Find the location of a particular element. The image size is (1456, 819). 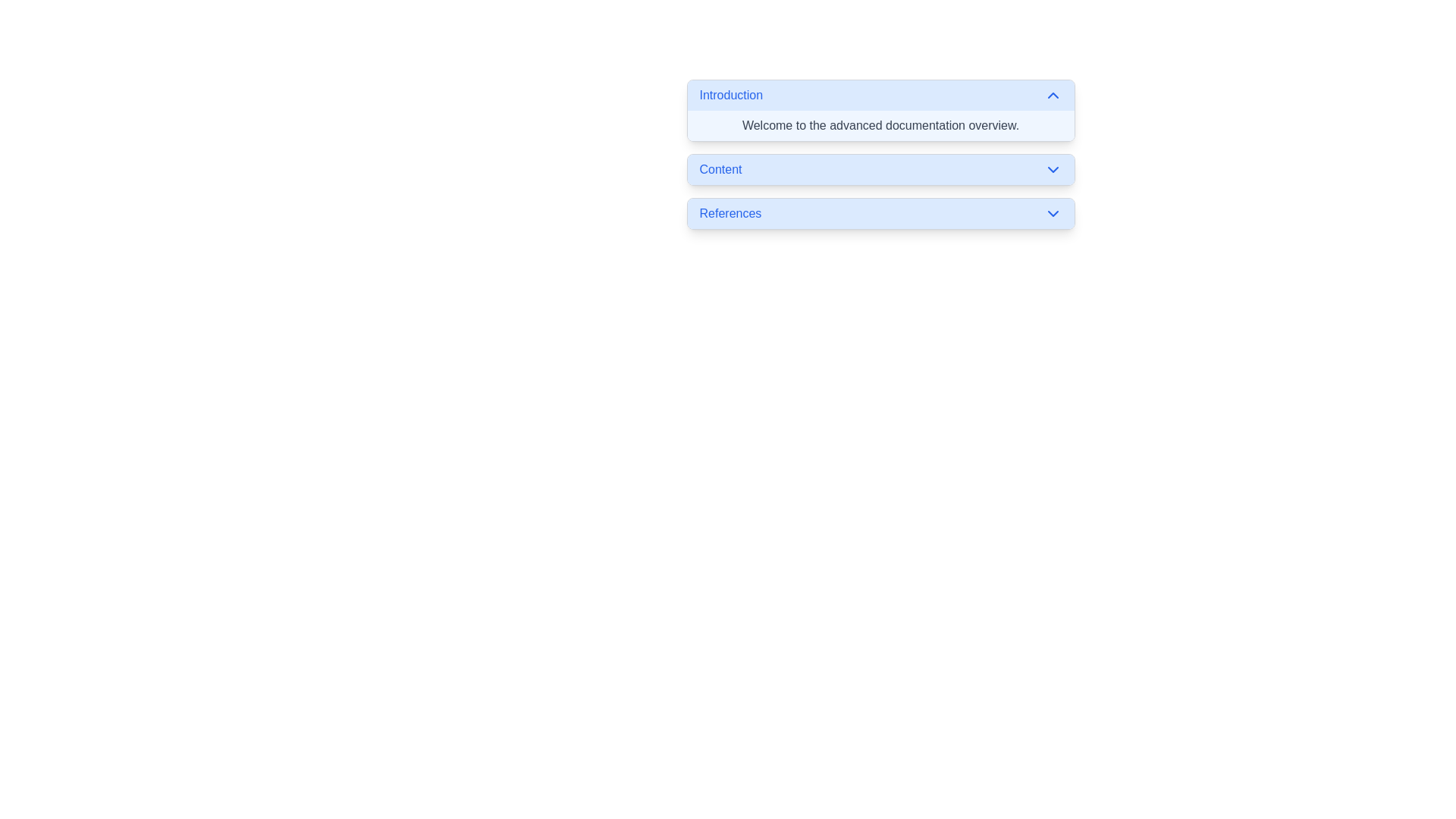

the text label located at the top-left corner of a horizontal blue bar that serves as a title for a section or expandable content area is located at coordinates (731, 96).